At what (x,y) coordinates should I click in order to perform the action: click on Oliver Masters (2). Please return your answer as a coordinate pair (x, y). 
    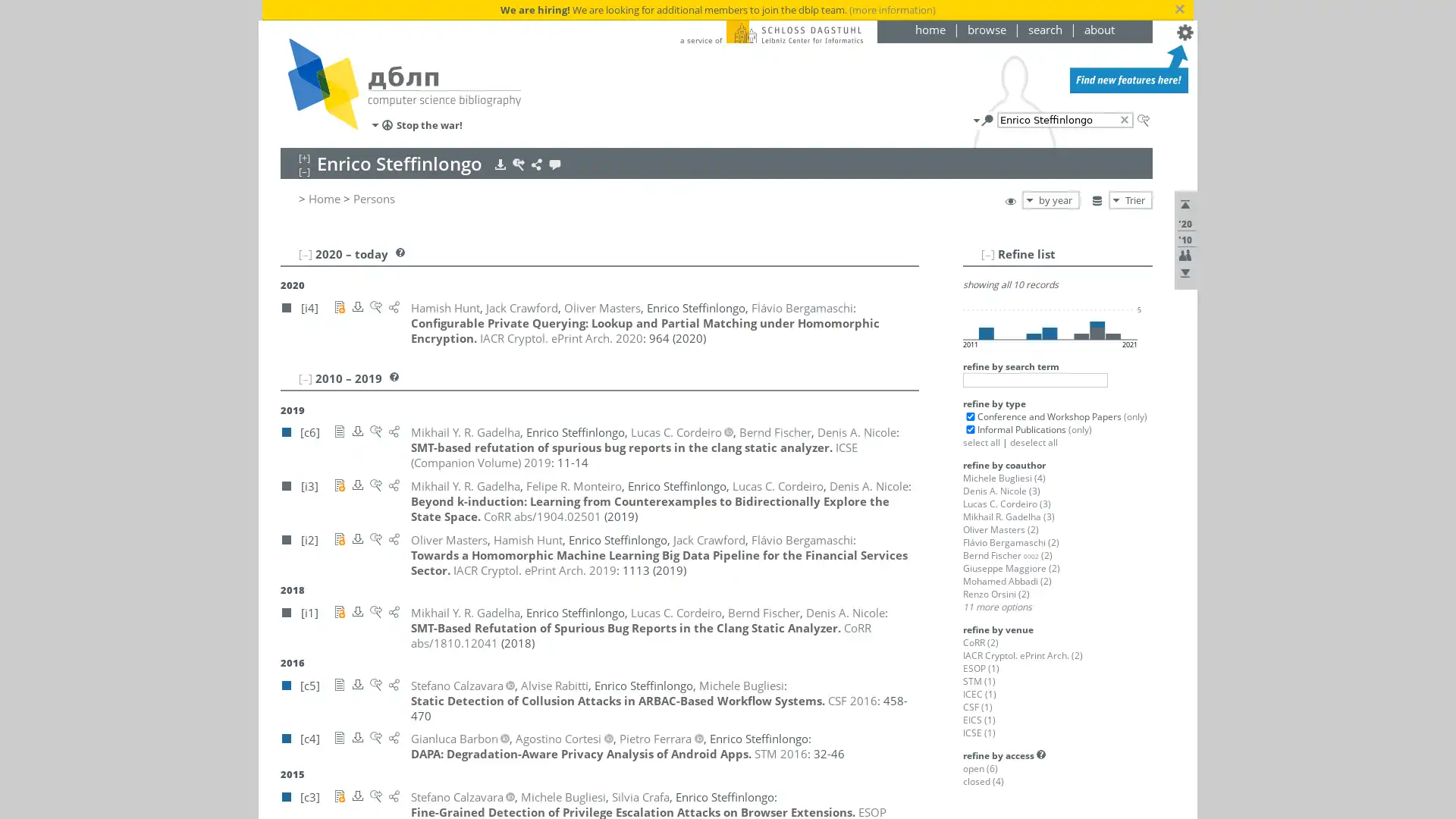
    Looking at the image, I should click on (1001, 529).